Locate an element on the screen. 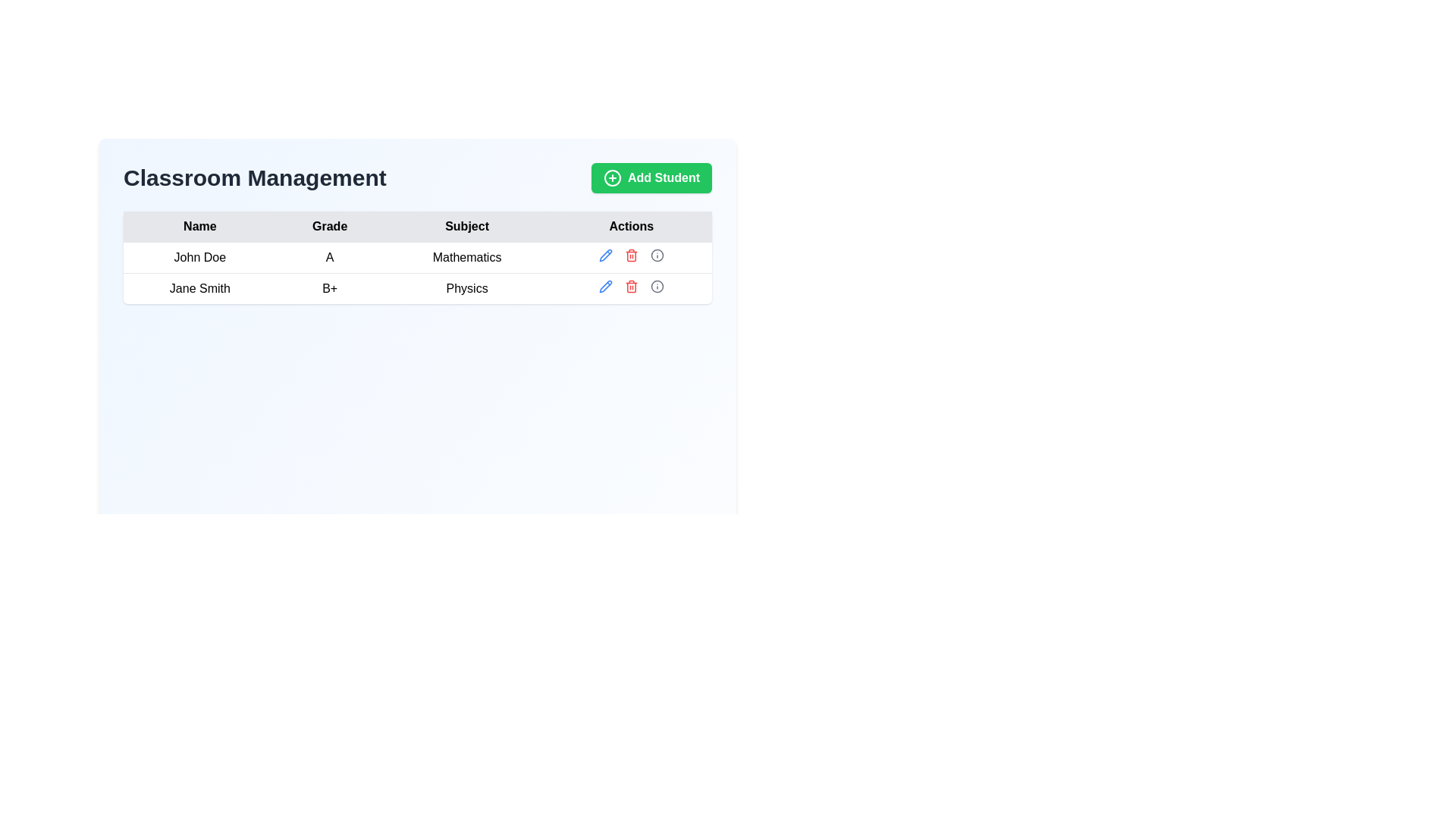  styling of the TextLabel displaying the grade 'B+' located in the second row, second column of the table grid, adjacent to 'Jane Smith' and 'Physics' is located at coordinates (329, 288).